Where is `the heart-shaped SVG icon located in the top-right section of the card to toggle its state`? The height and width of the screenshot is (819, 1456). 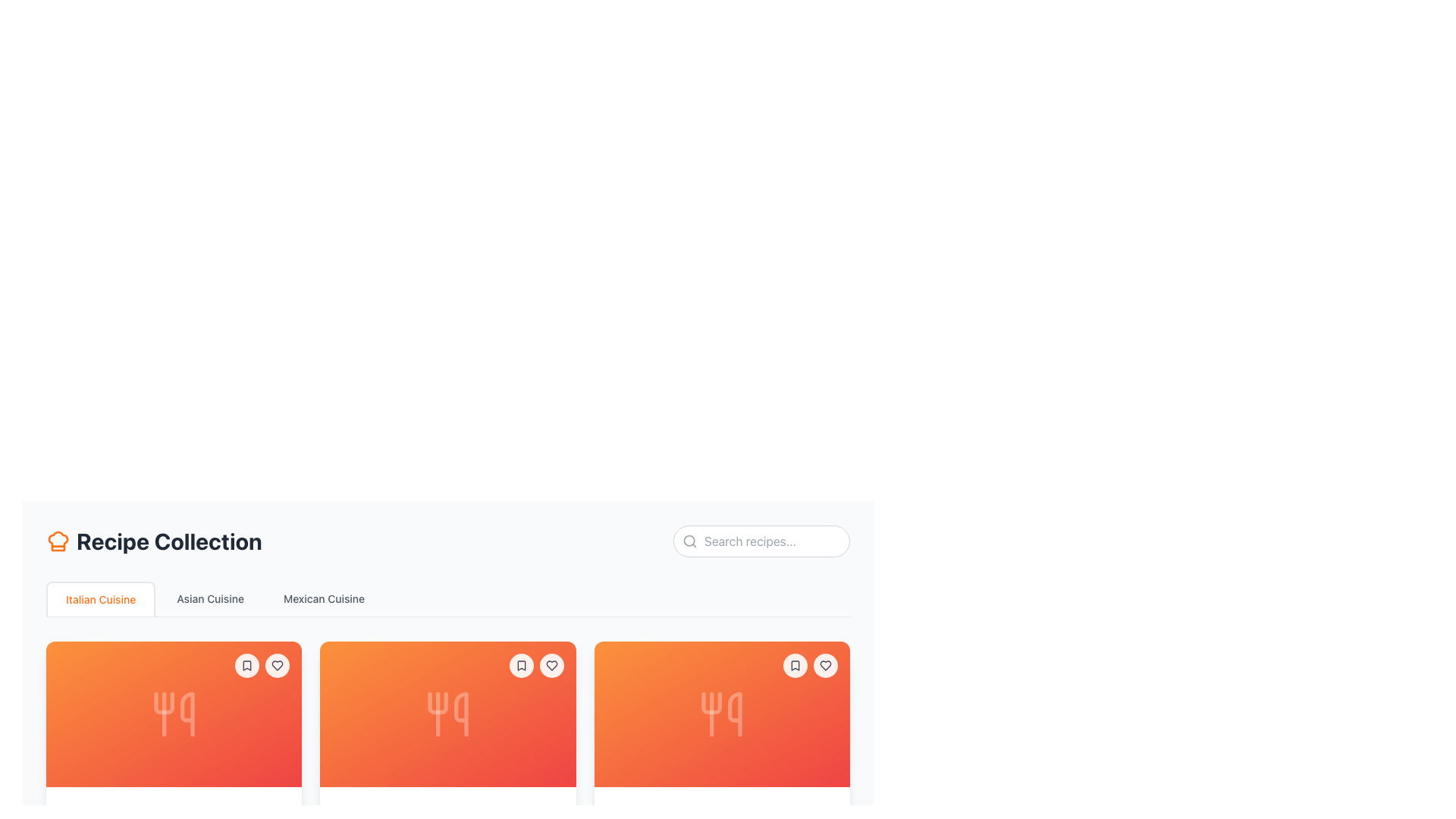
the heart-shaped SVG icon located in the top-right section of the card to toggle its state is located at coordinates (277, 665).